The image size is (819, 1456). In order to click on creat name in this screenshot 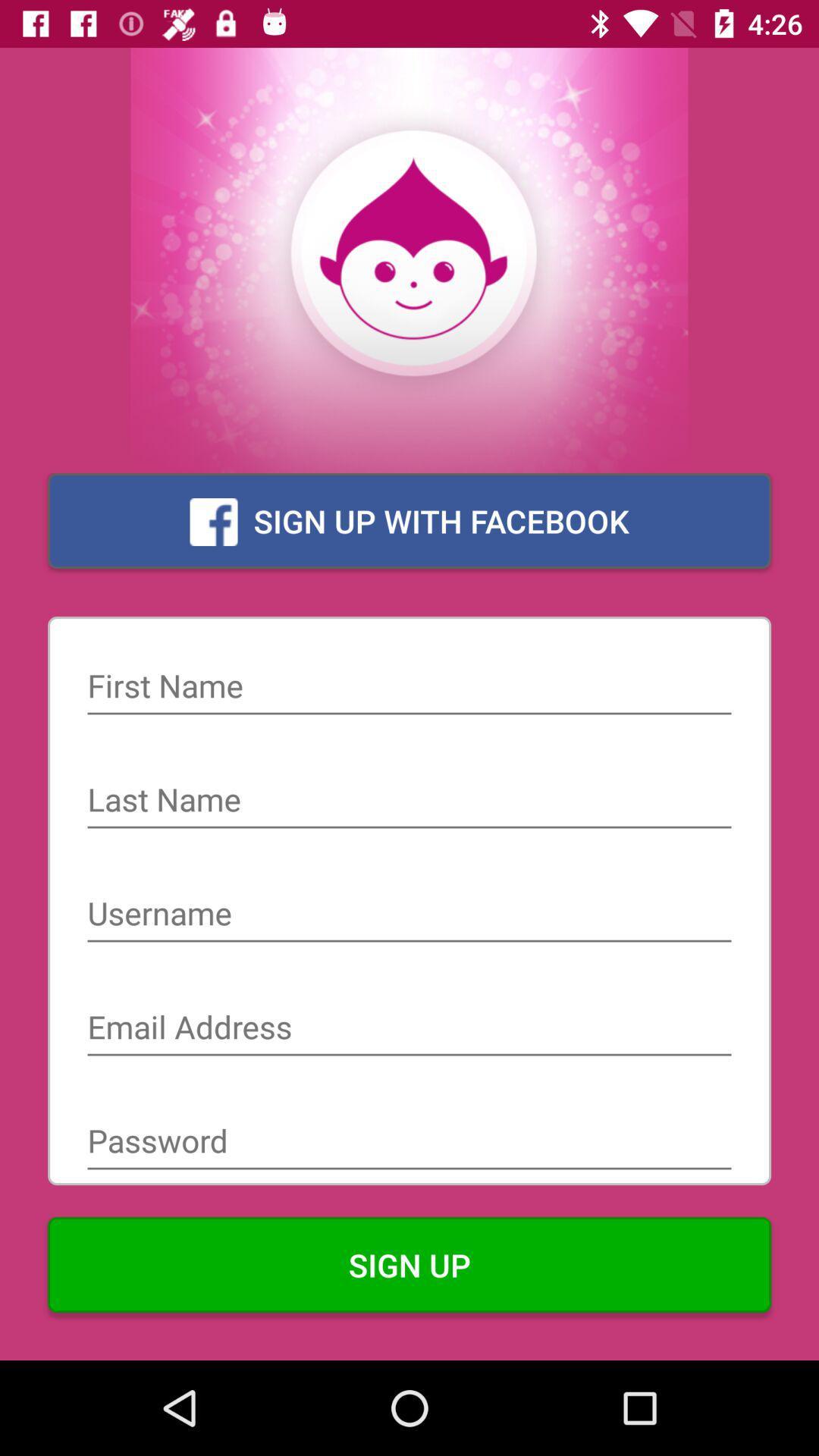, I will do `click(409, 915)`.